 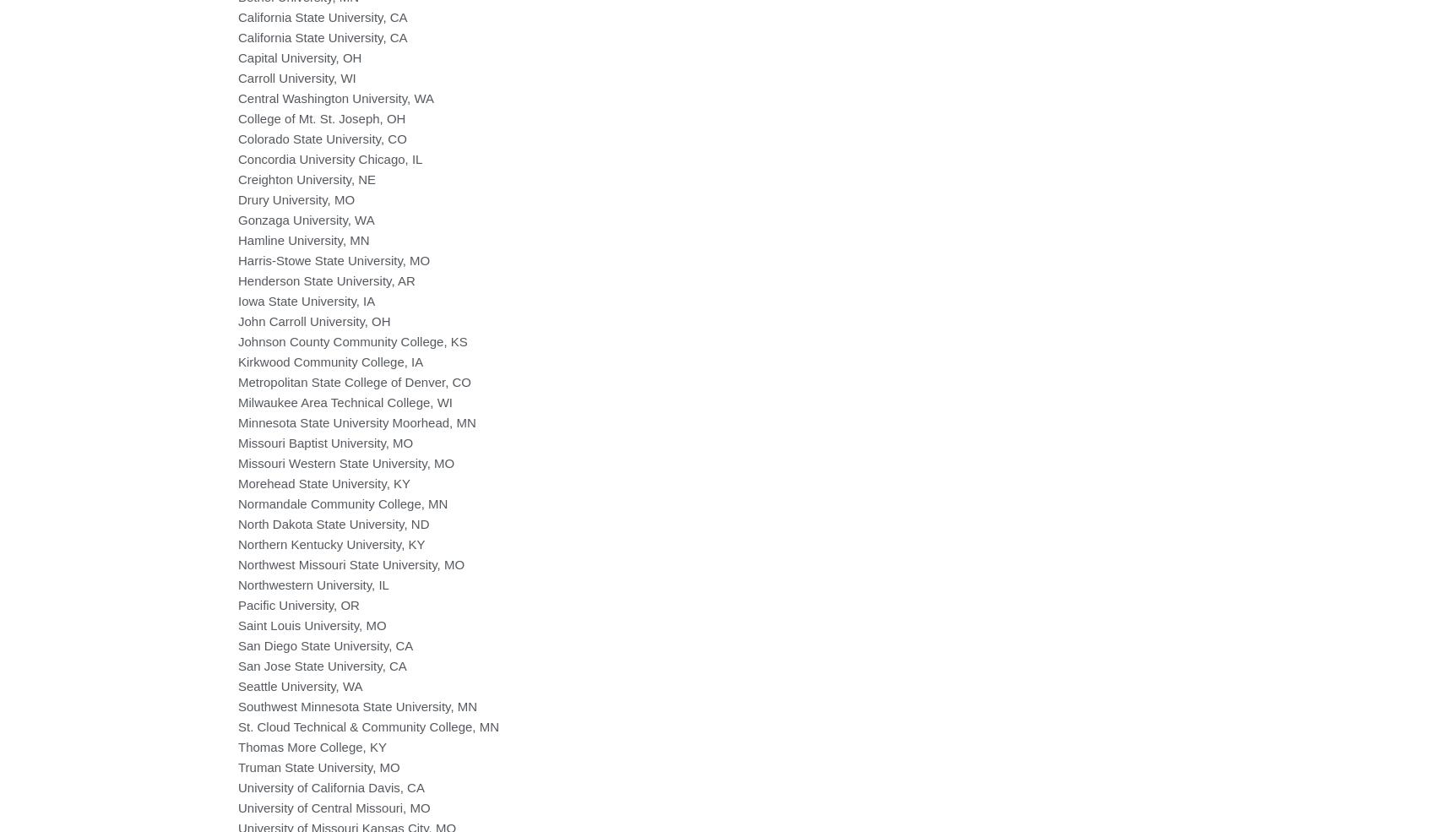 I want to click on 'Creighton University, NE', so click(x=306, y=177).